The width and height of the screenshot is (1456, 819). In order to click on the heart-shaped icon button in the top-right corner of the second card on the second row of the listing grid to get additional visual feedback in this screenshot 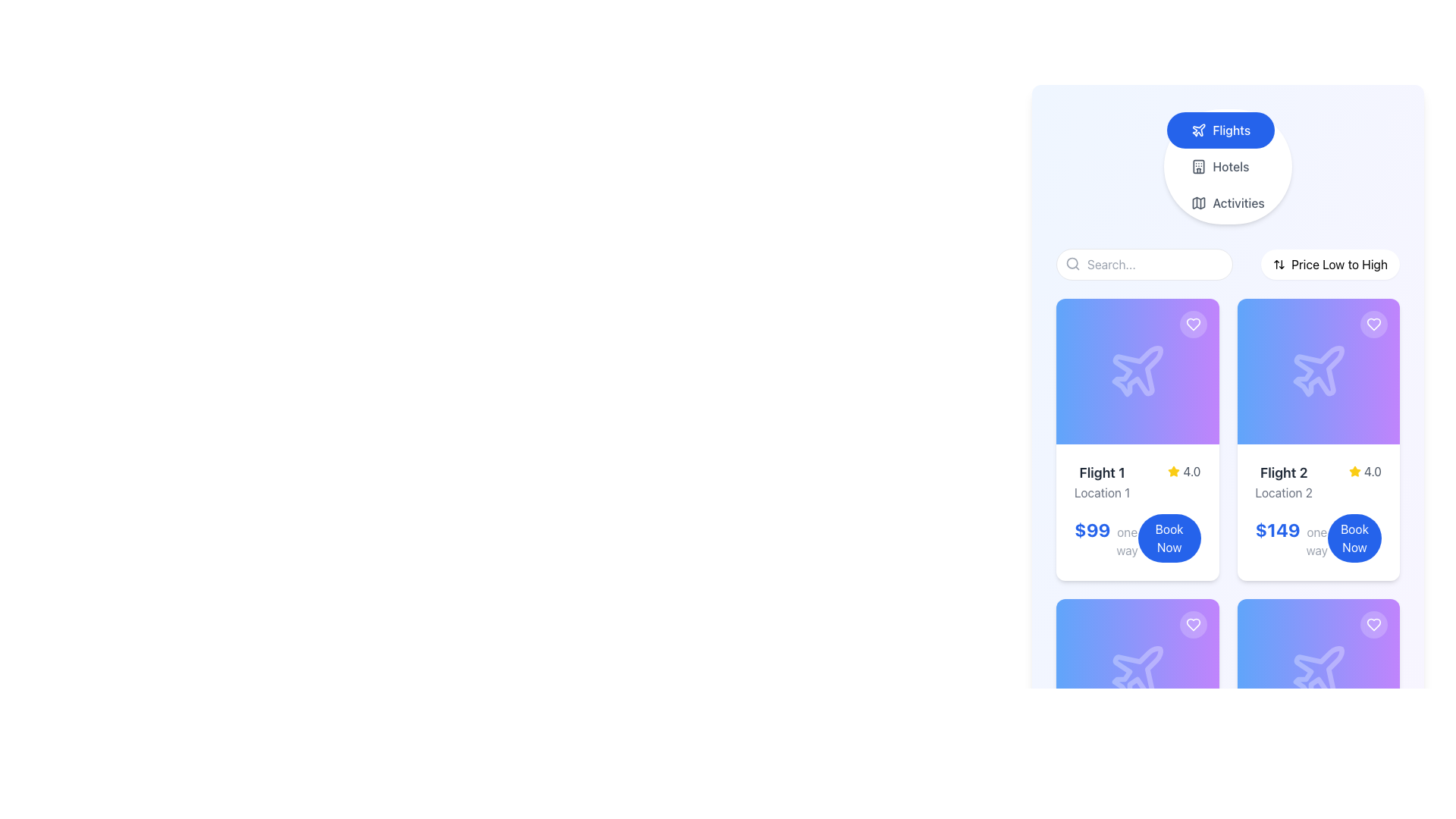, I will do `click(1373, 324)`.